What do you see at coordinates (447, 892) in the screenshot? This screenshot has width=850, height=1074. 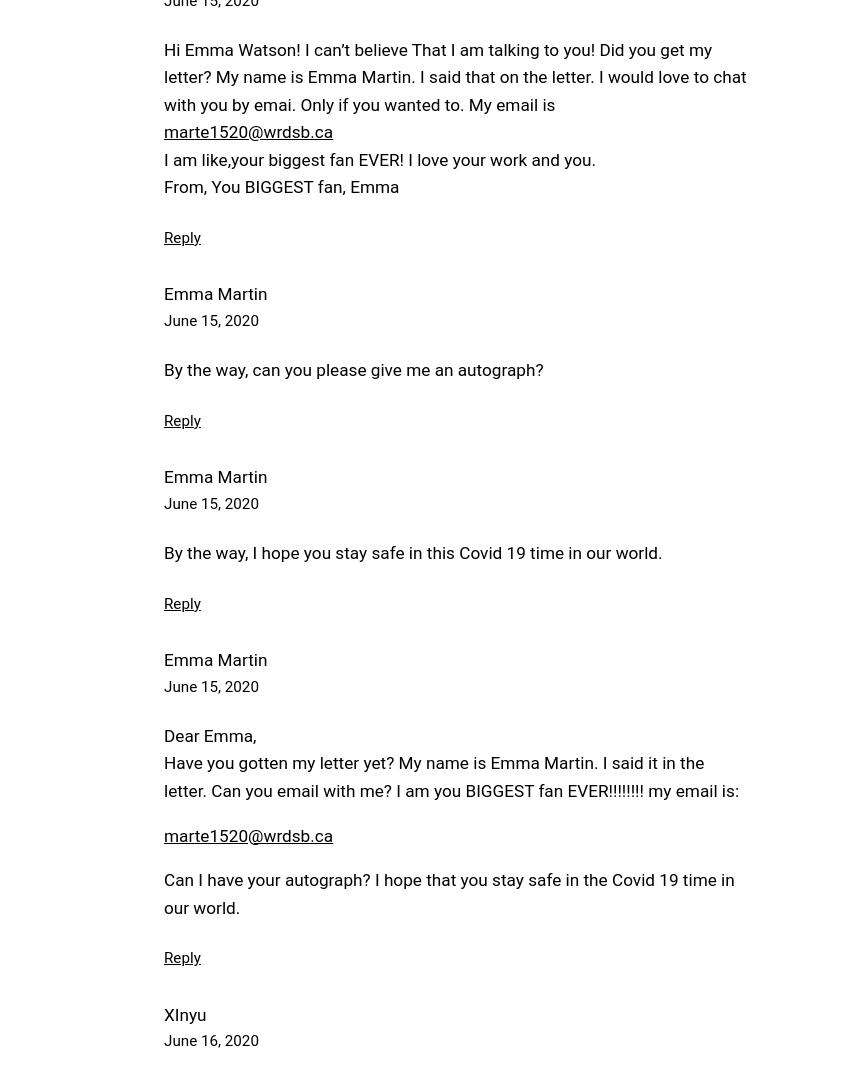 I see `'Can I have your autograph? I hope that you stay safe in the Covid 19 time in our world.'` at bounding box center [447, 892].